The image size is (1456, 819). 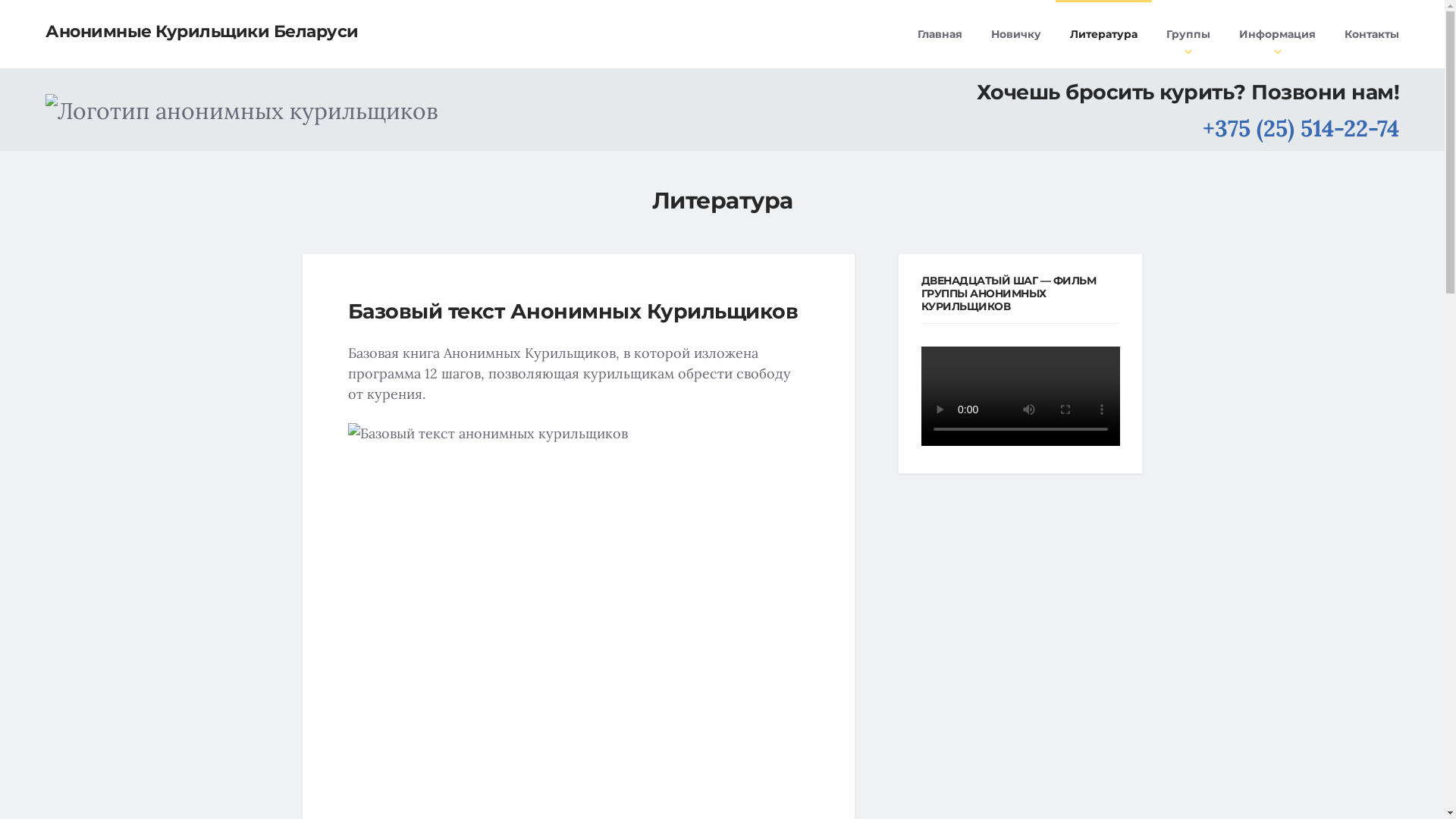 What do you see at coordinates (1300, 127) in the screenshot?
I see `'+375 (25) 514-22-74'` at bounding box center [1300, 127].